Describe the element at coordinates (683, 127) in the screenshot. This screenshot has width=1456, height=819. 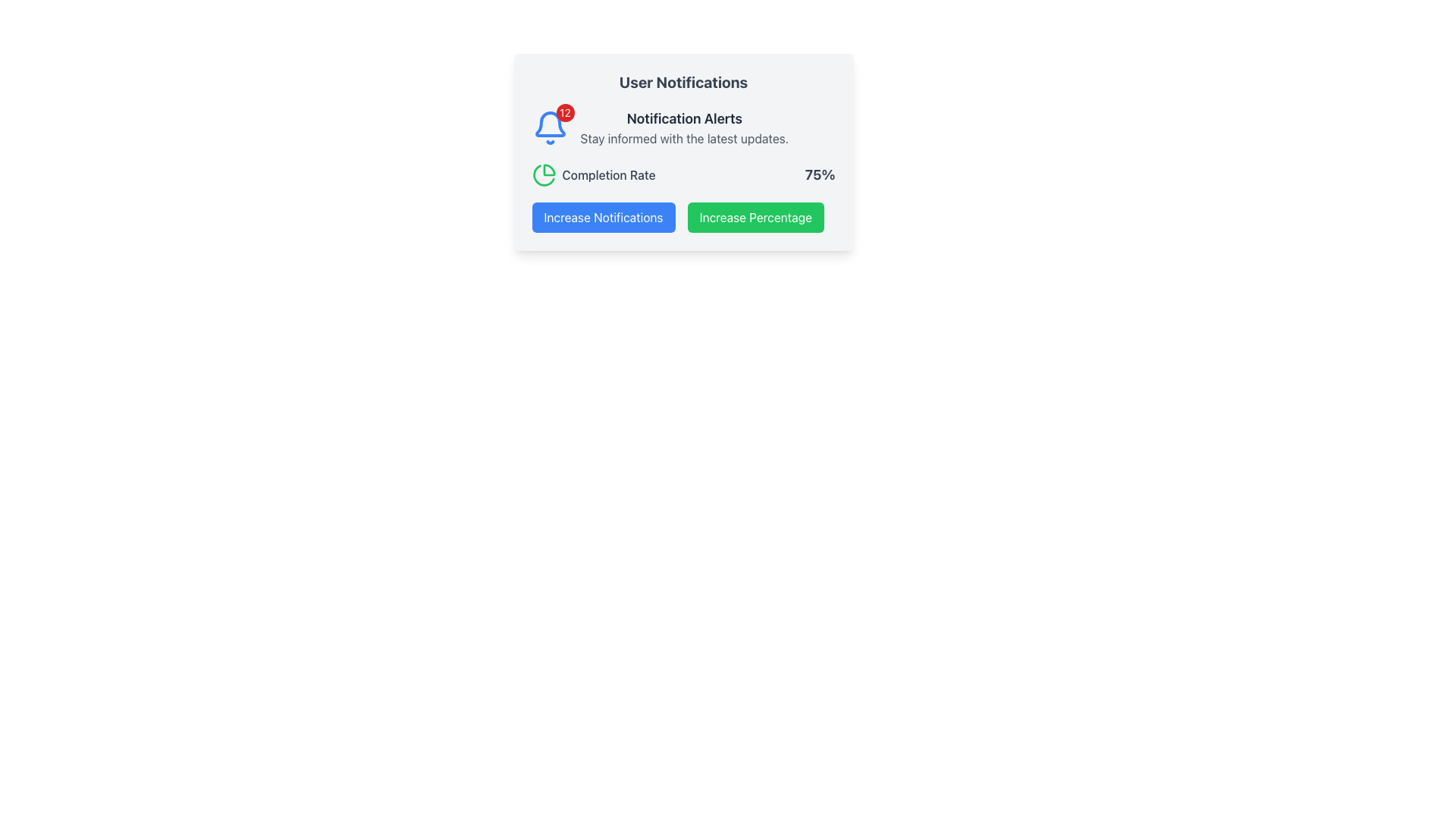
I see `text block containing the header 'Notification Alerts' and the subheader 'Stay informed with the latest updates.' positioned under 'User Notifications'` at that location.